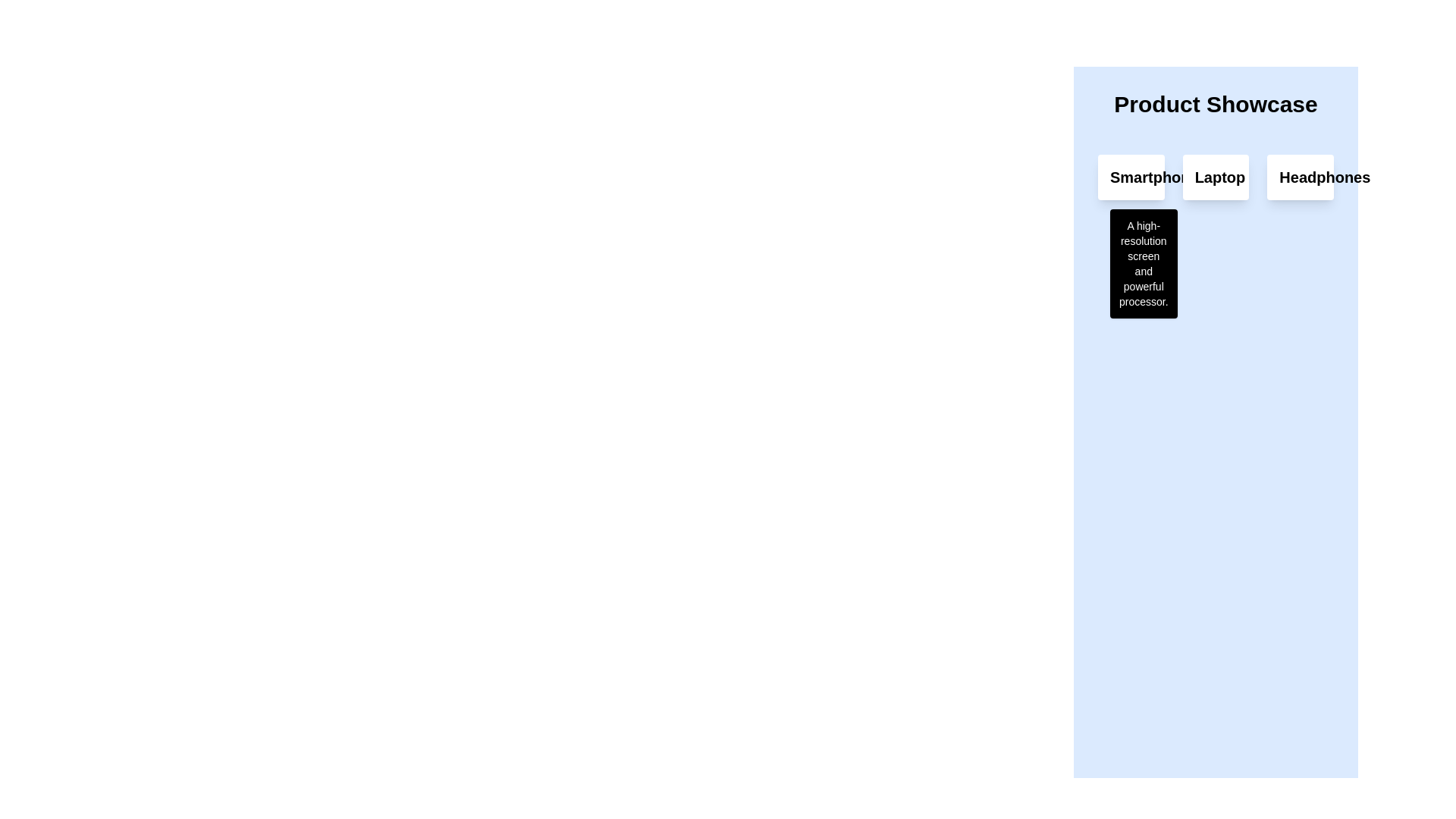  Describe the element at coordinates (1216, 177) in the screenshot. I see `the 'Laptop' text label in the product showcase interface` at that location.